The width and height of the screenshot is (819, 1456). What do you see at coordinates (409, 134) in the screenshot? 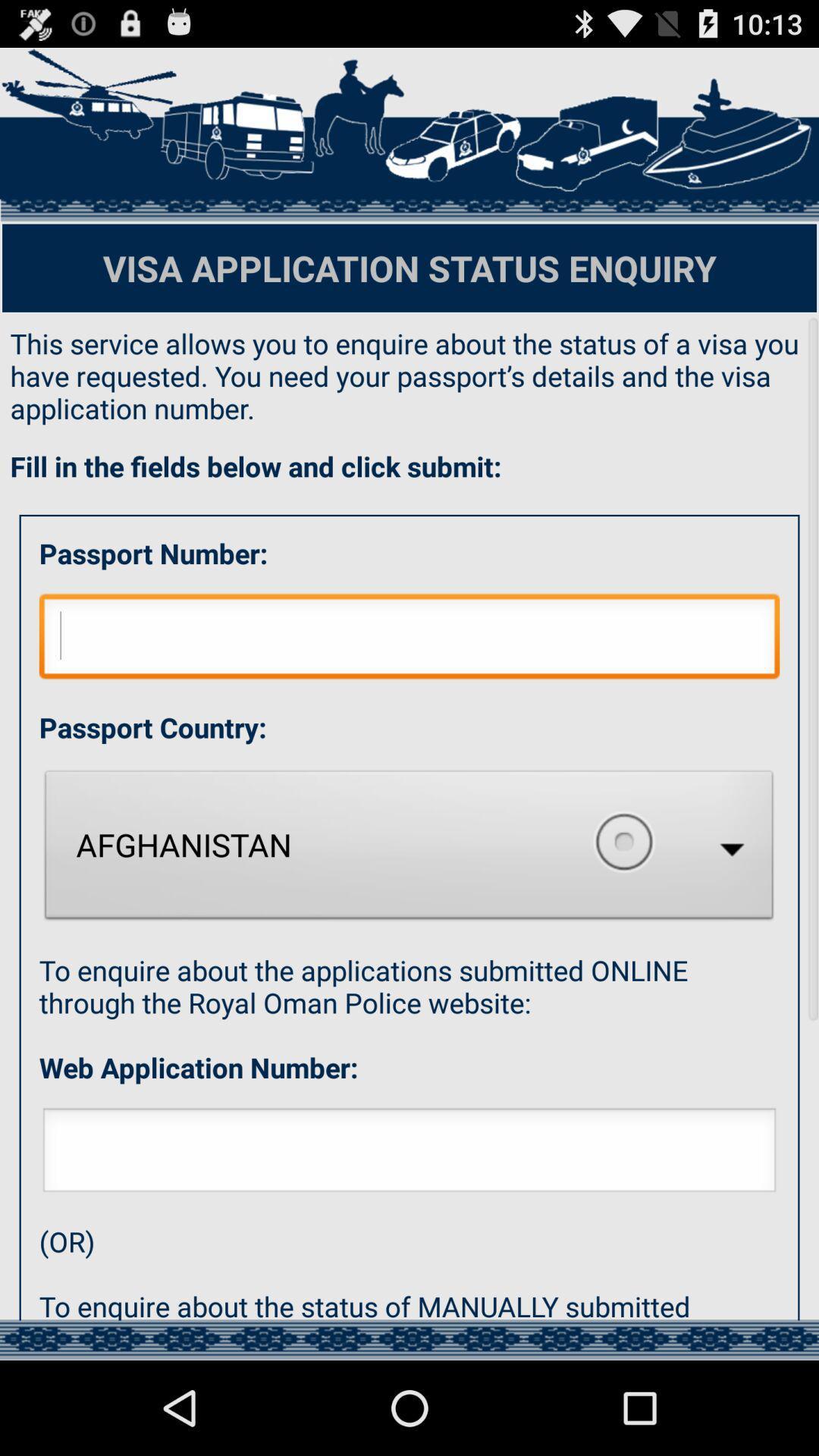
I see `the passport number field` at bounding box center [409, 134].